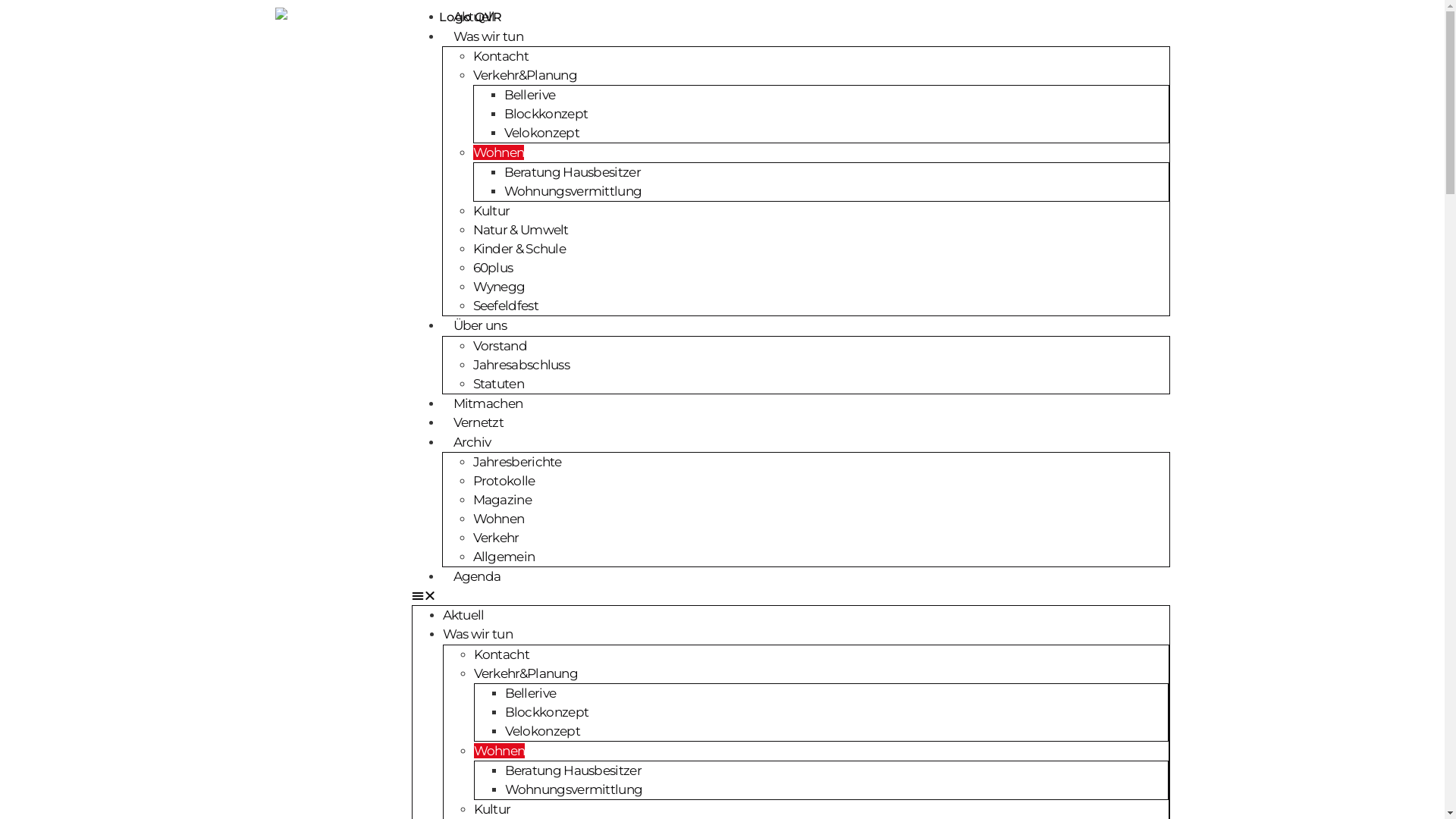  I want to click on 'Wynegg', so click(499, 287).